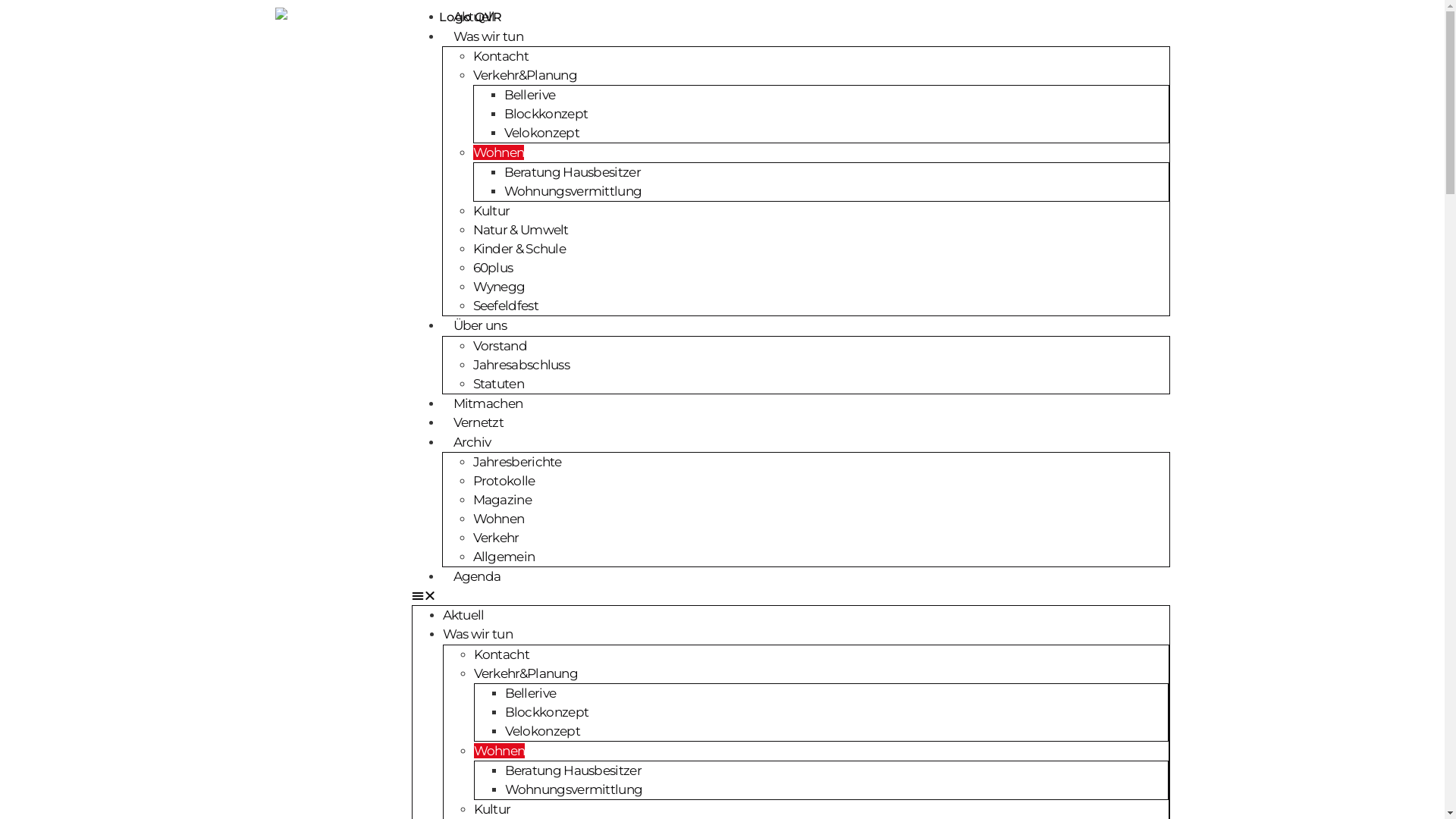  I want to click on 'Wynegg', so click(499, 287).